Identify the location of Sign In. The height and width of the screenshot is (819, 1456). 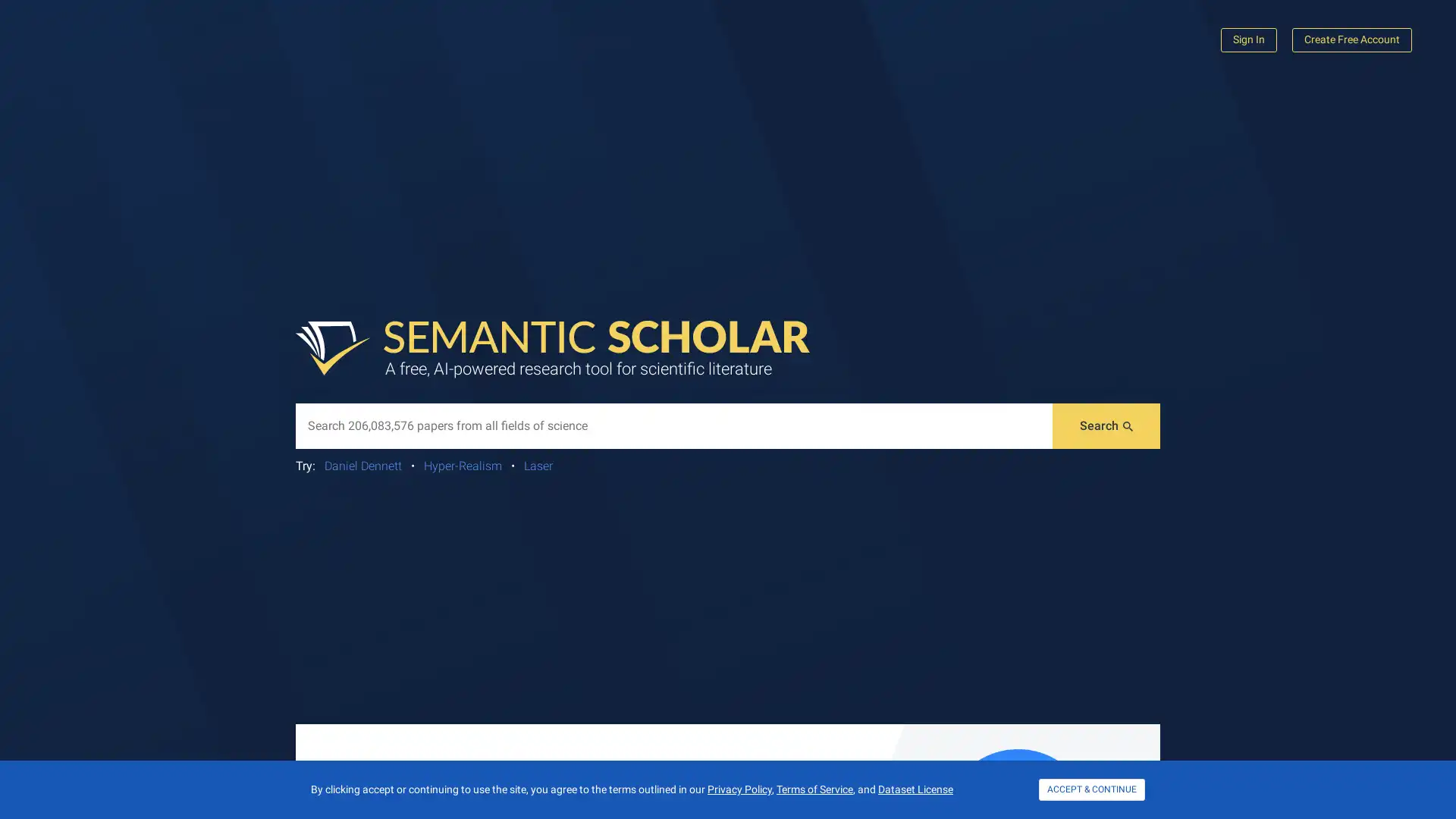
(1248, 39).